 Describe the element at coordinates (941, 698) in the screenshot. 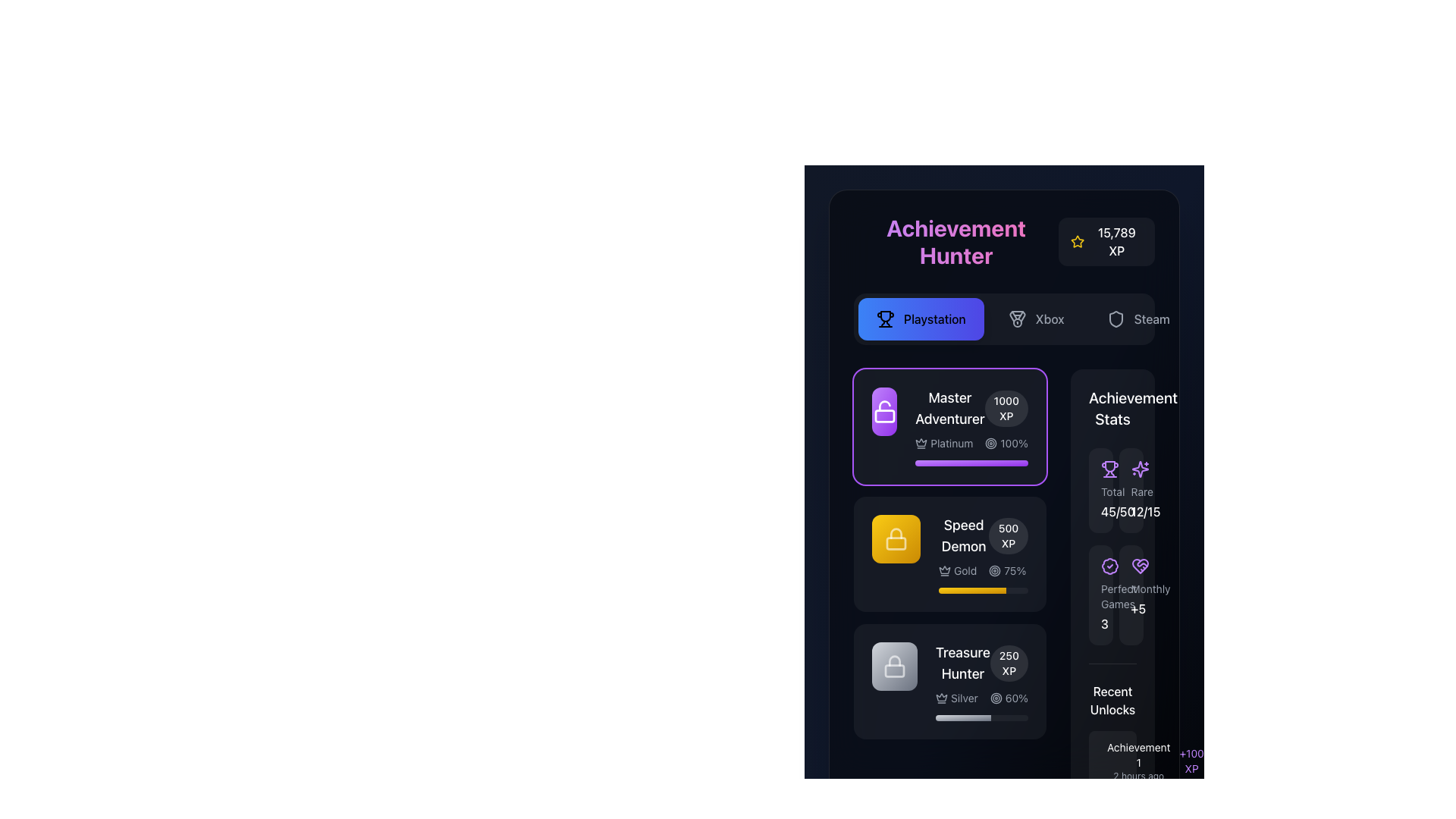

I see `the crown icon that represents the achievement's rank, located to the left of the 'Silver' text and part of the 'Treasure Hunter' box` at that location.